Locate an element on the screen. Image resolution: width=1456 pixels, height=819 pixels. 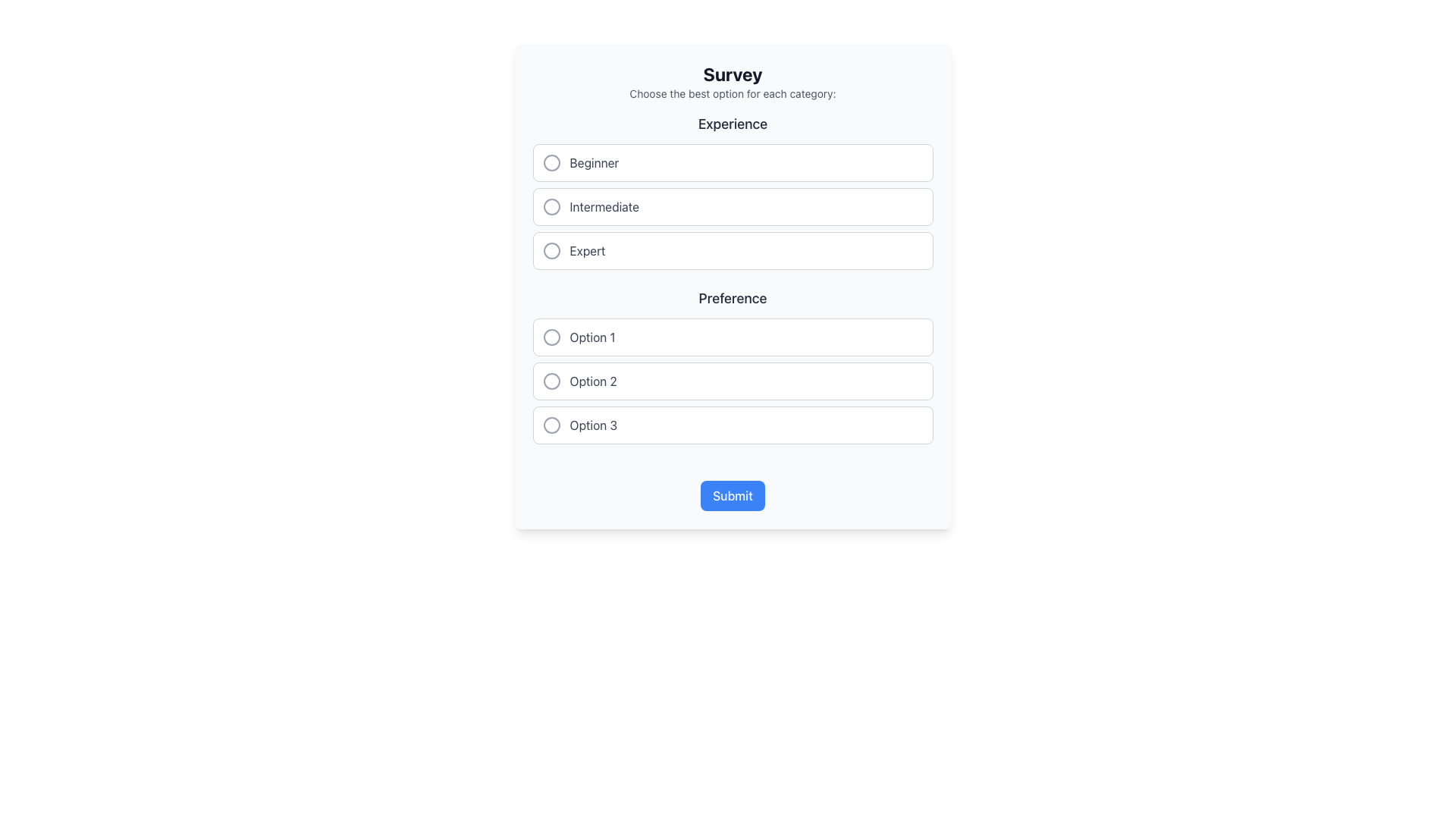
the circular outline of the selection indicator for the second radio button option labeled 'Intermediate' is located at coordinates (551, 207).